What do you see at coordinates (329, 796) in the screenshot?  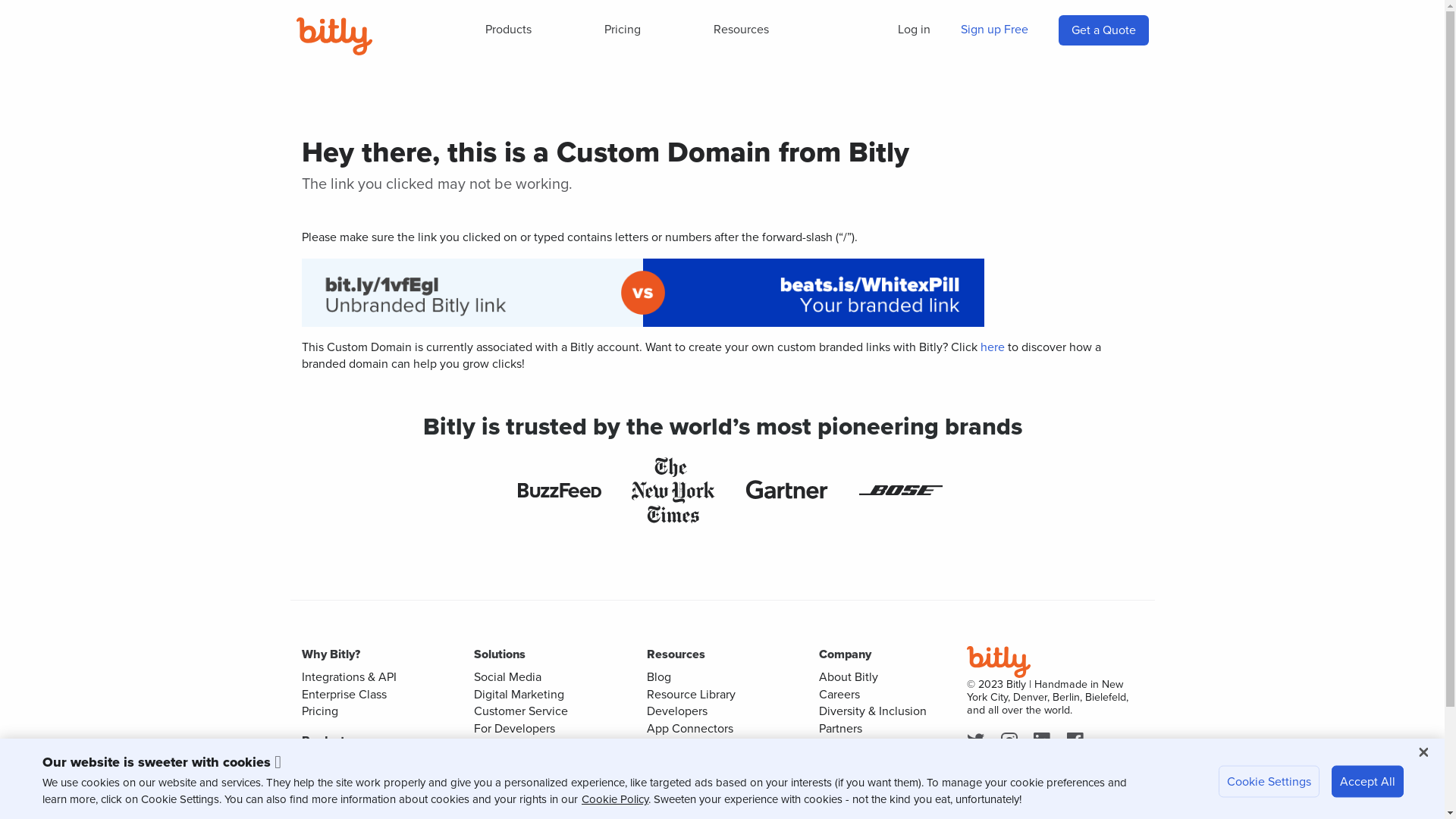 I see `'Link-in-bio'` at bounding box center [329, 796].